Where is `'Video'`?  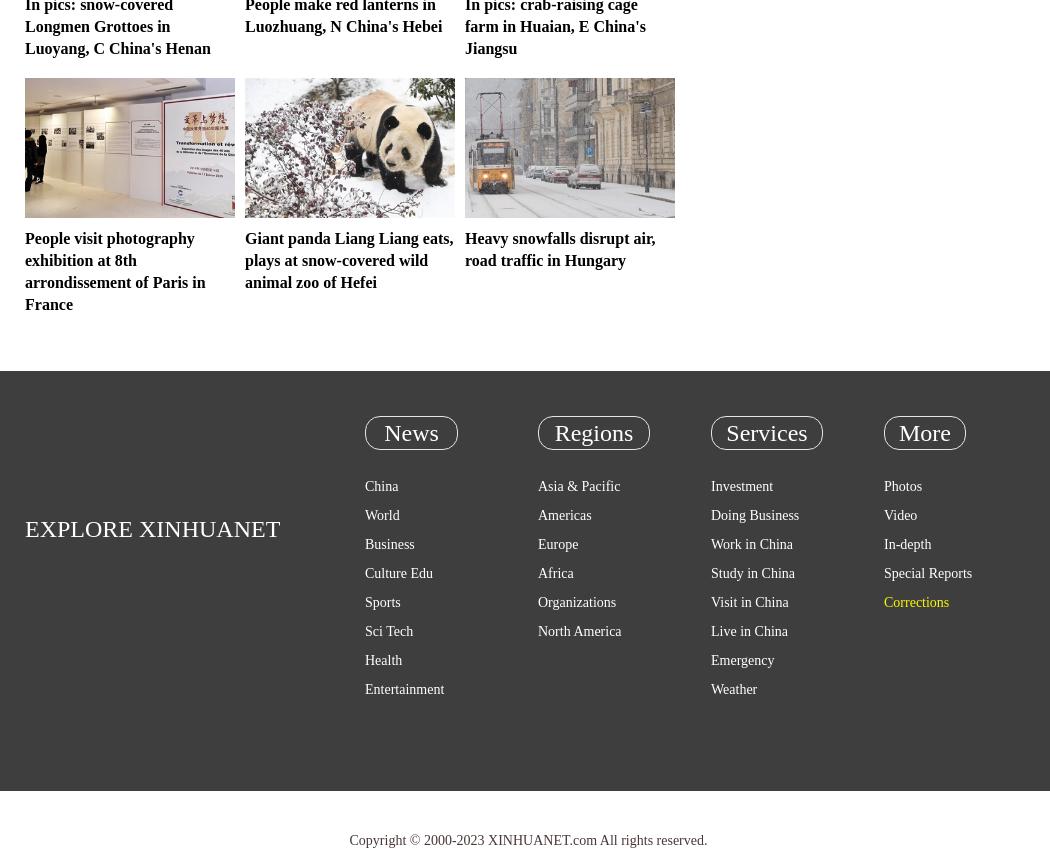 'Video' is located at coordinates (900, 515).